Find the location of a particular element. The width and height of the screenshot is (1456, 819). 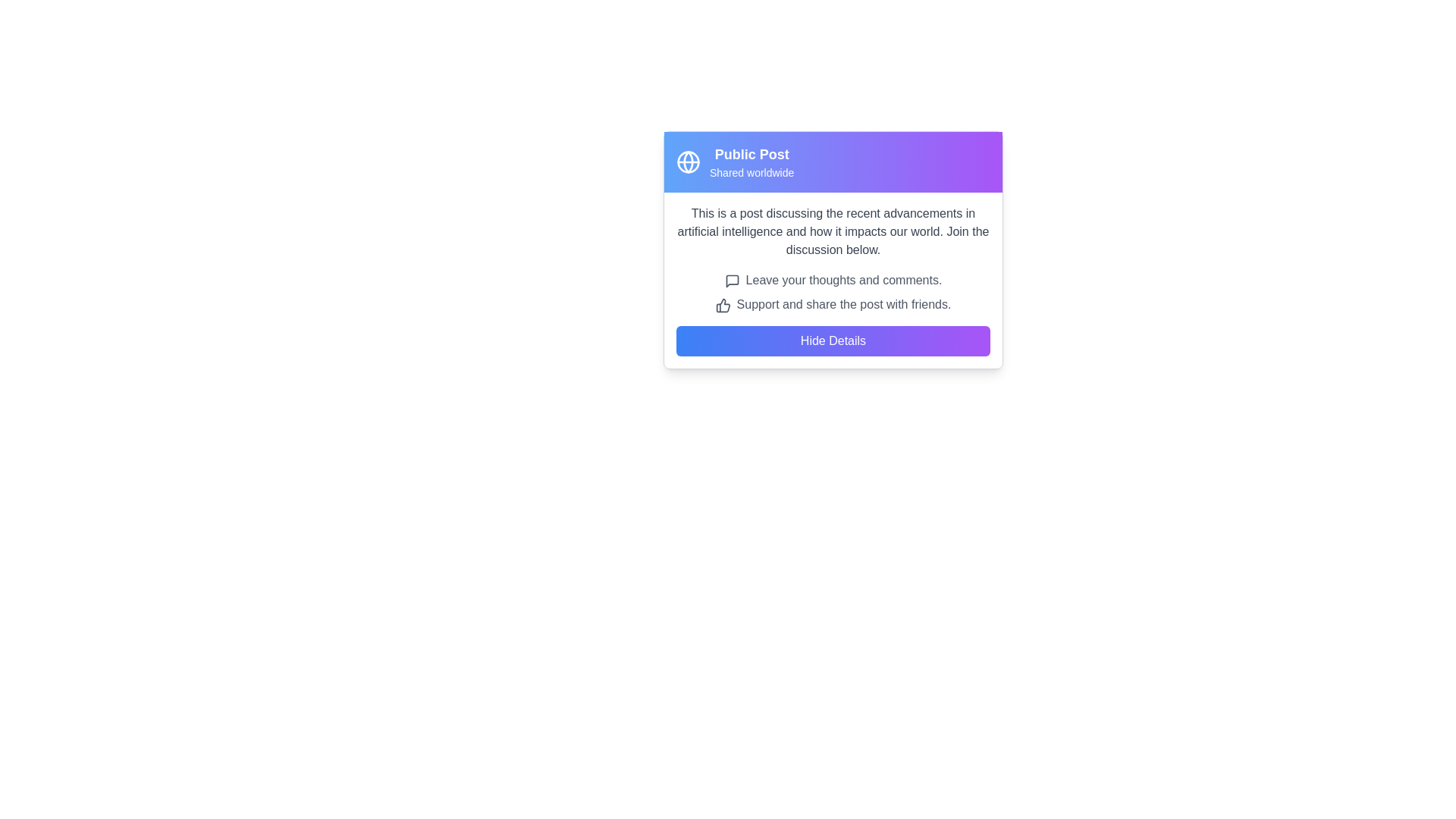

the informational text block containing the lines 'Leave your thoughts and comments.' and 'Support and share the post with friends.' which is situated below 'Join the discussion below.' and above the 'Hide Details' button is located at coordinates (833, 292).